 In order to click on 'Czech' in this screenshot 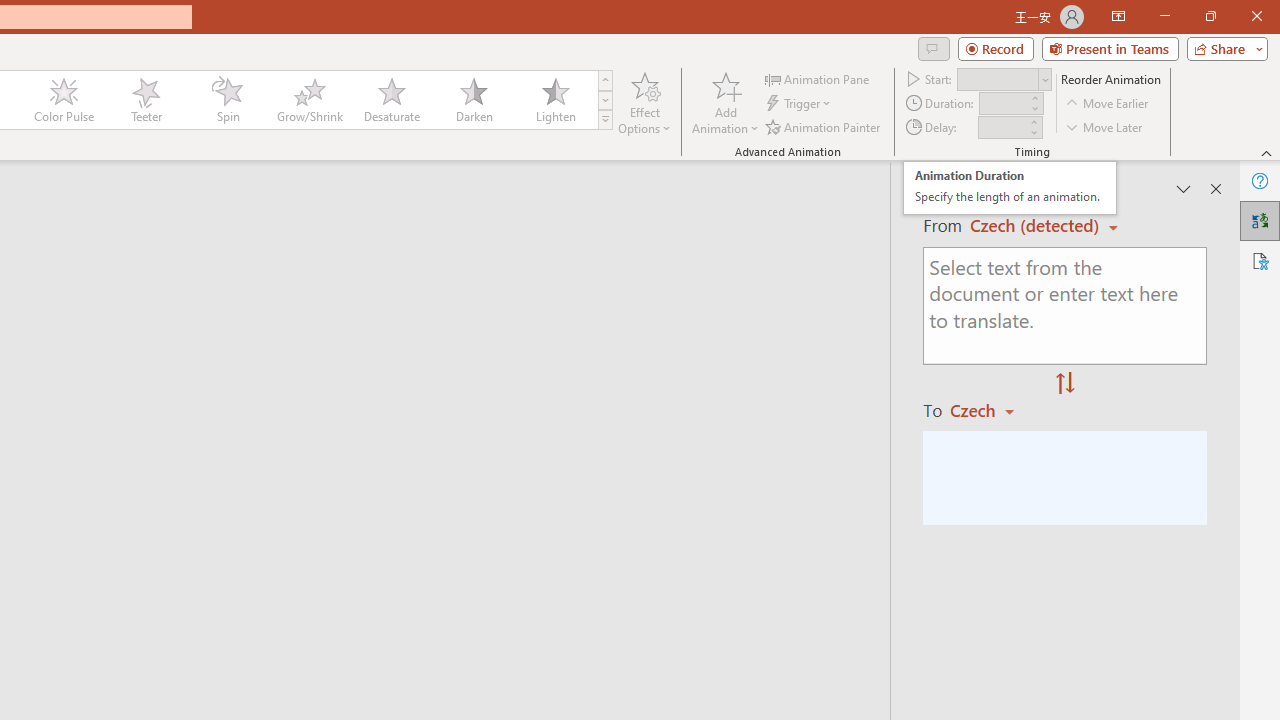, I will do `click(991, 409)`.